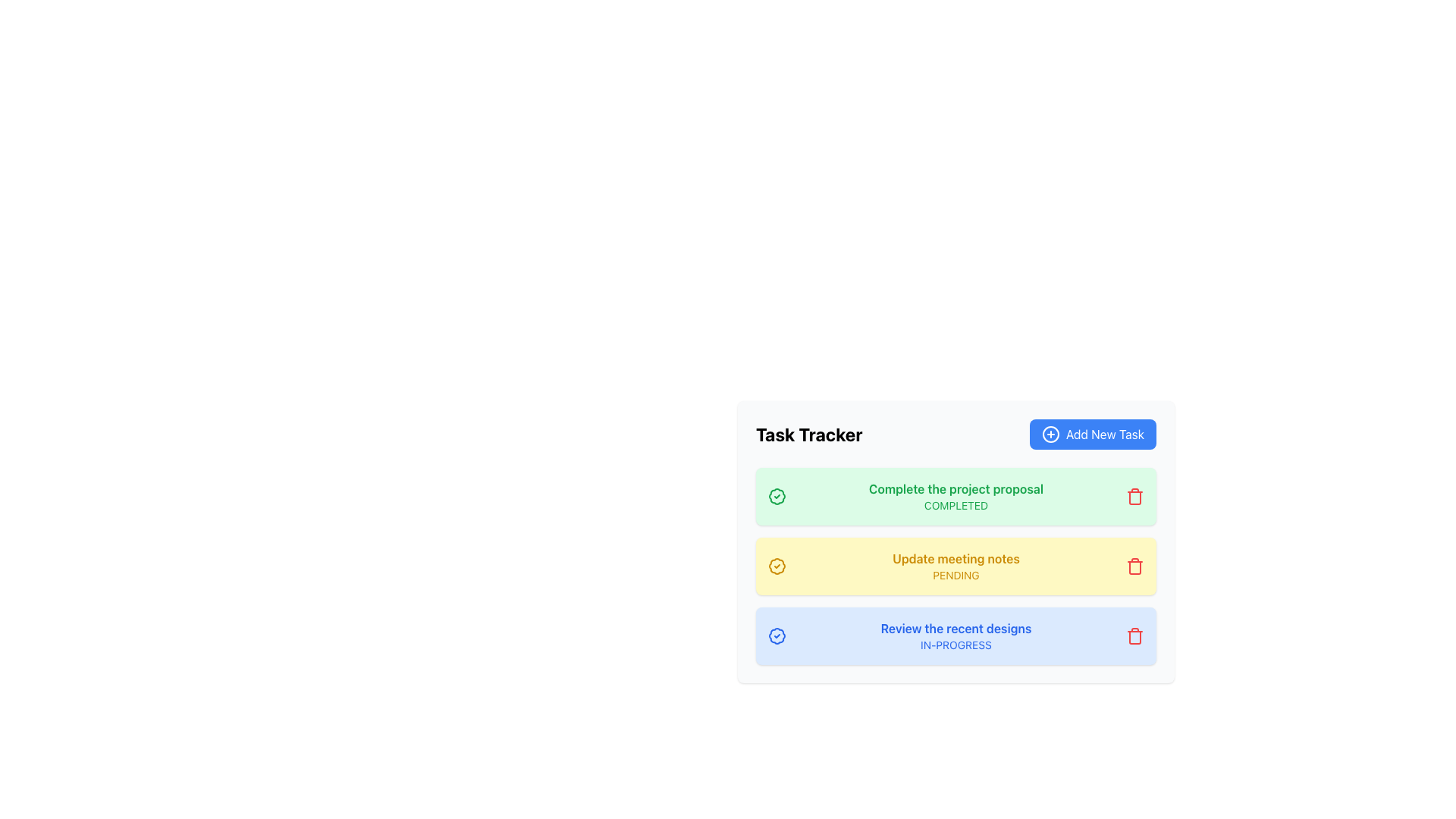 The height and width of the screenshot is (819, 1456). What do you see at coordinates (777, 566) in the screenshot?
I see `the circular badge icon with a scalloped edge, which is the leftmost element in the yellow-highlighted row titled 'Update meeting notes'` at bounding box center [777, 566].